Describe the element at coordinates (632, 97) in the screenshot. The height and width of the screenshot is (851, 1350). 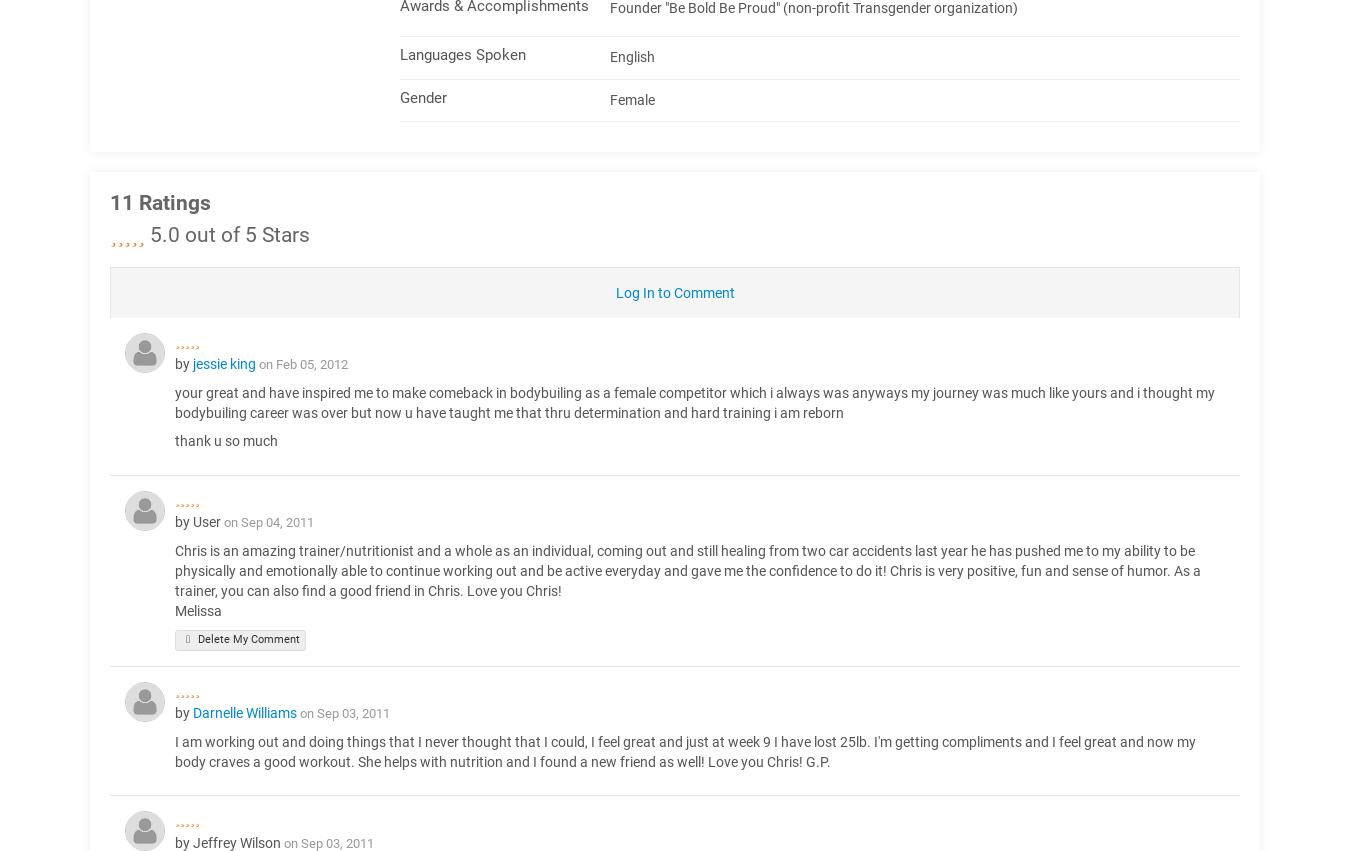
I see `'Female'` at that location.